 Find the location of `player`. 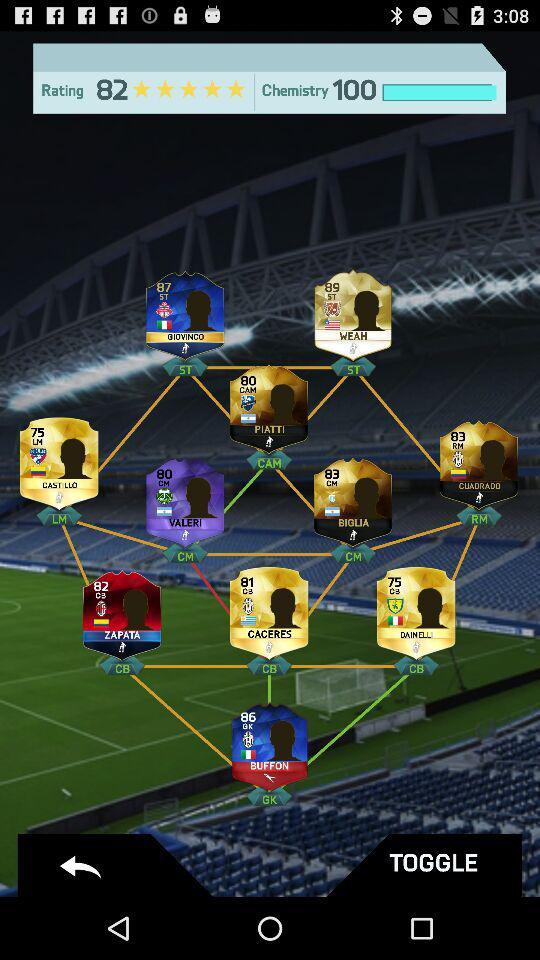

player is located at coordinates (122, 608).